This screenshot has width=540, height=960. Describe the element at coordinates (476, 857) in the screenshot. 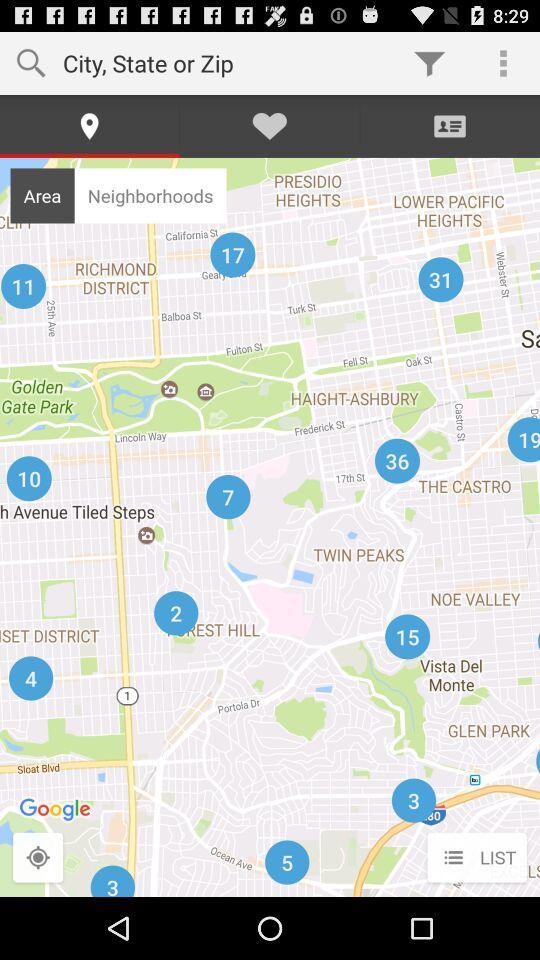

I see `item at the bottom right corner` at that location.